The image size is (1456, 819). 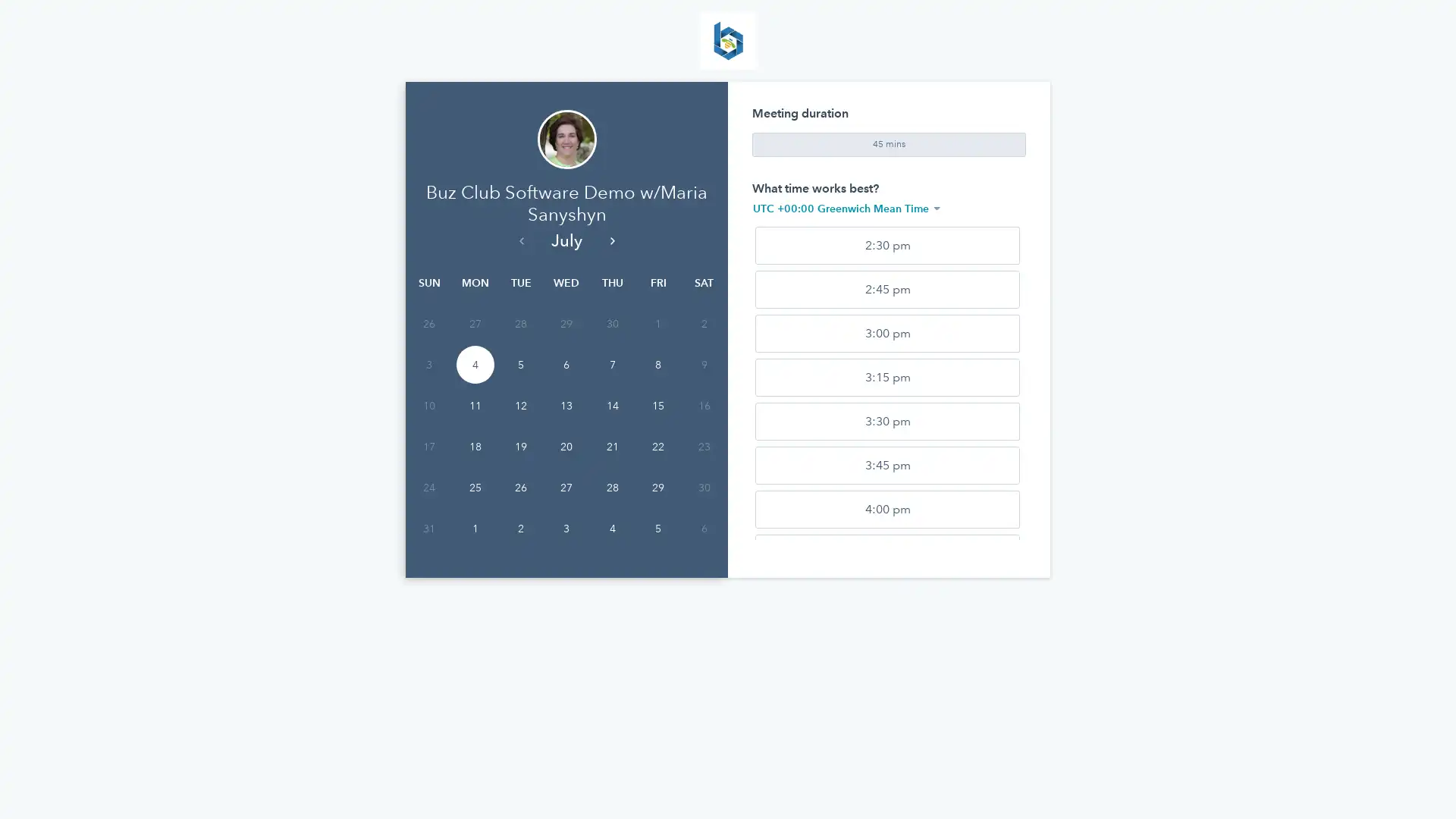 I want to click on July 15th, so click(x=658, y=405).